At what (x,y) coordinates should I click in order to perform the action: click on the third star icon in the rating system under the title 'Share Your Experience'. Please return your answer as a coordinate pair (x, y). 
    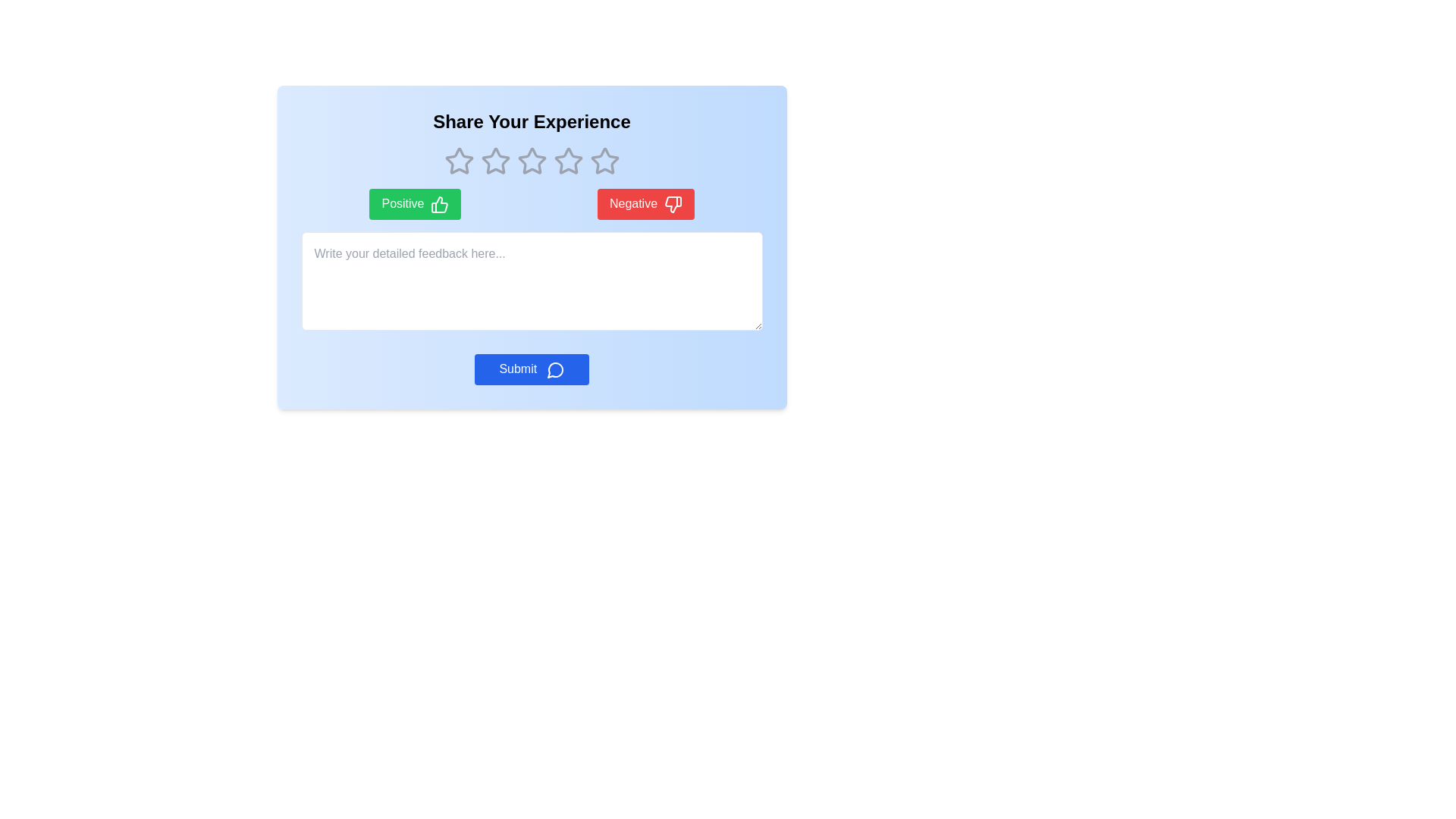
    Looking at the image, I should click on (495, 161).